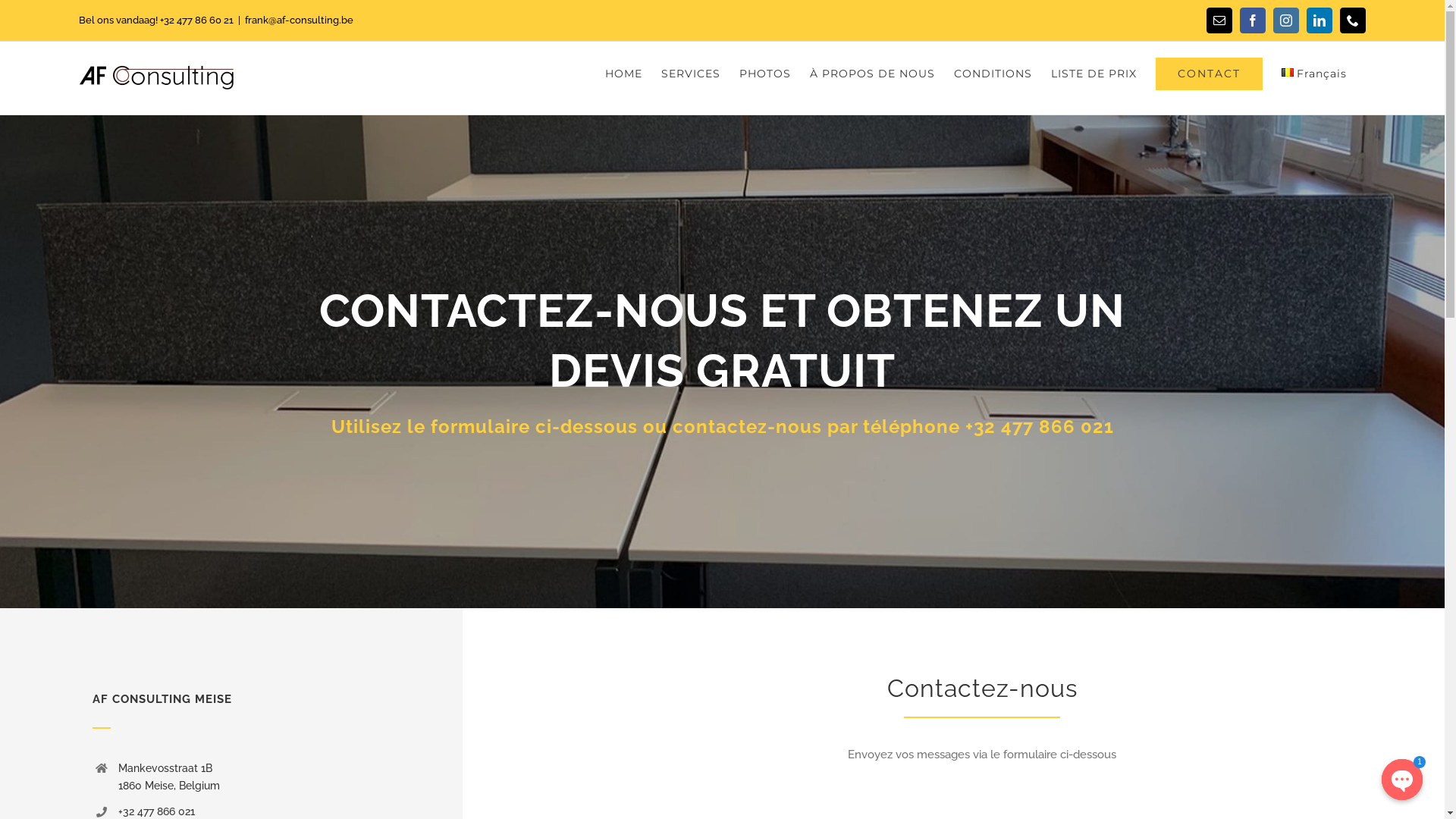 The width and height of the screenshot is (1456, 819). What do you see at coordinates (299, 20) in the screenshot?
I see `'frank@af-consulting.be'` at bounding box center [299, 20].